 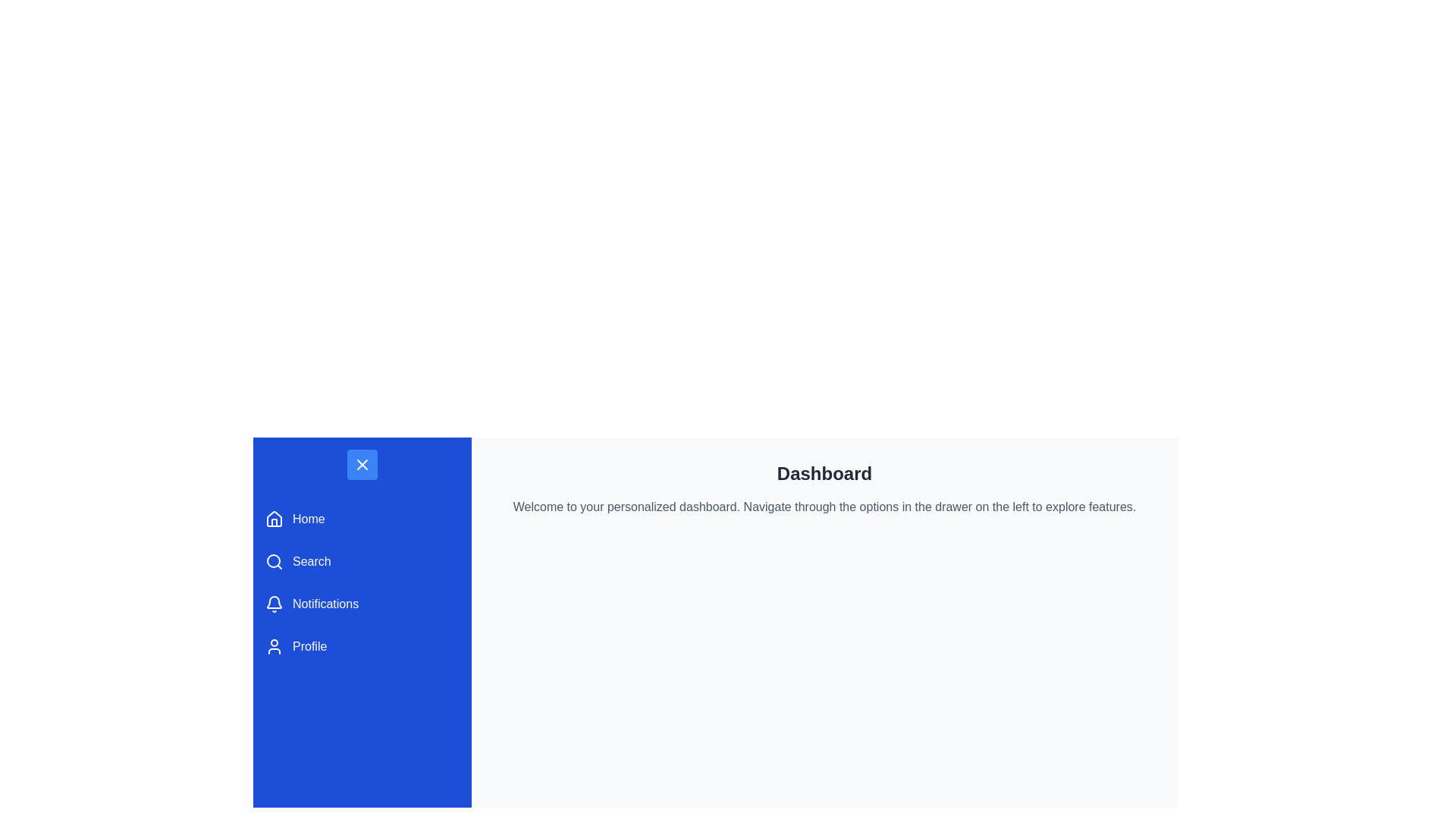 What do you see at coordinates (362, 464) in the screenshot?
I see `the close button at the top of the left navigation panel` at bounding box center [362, 464].